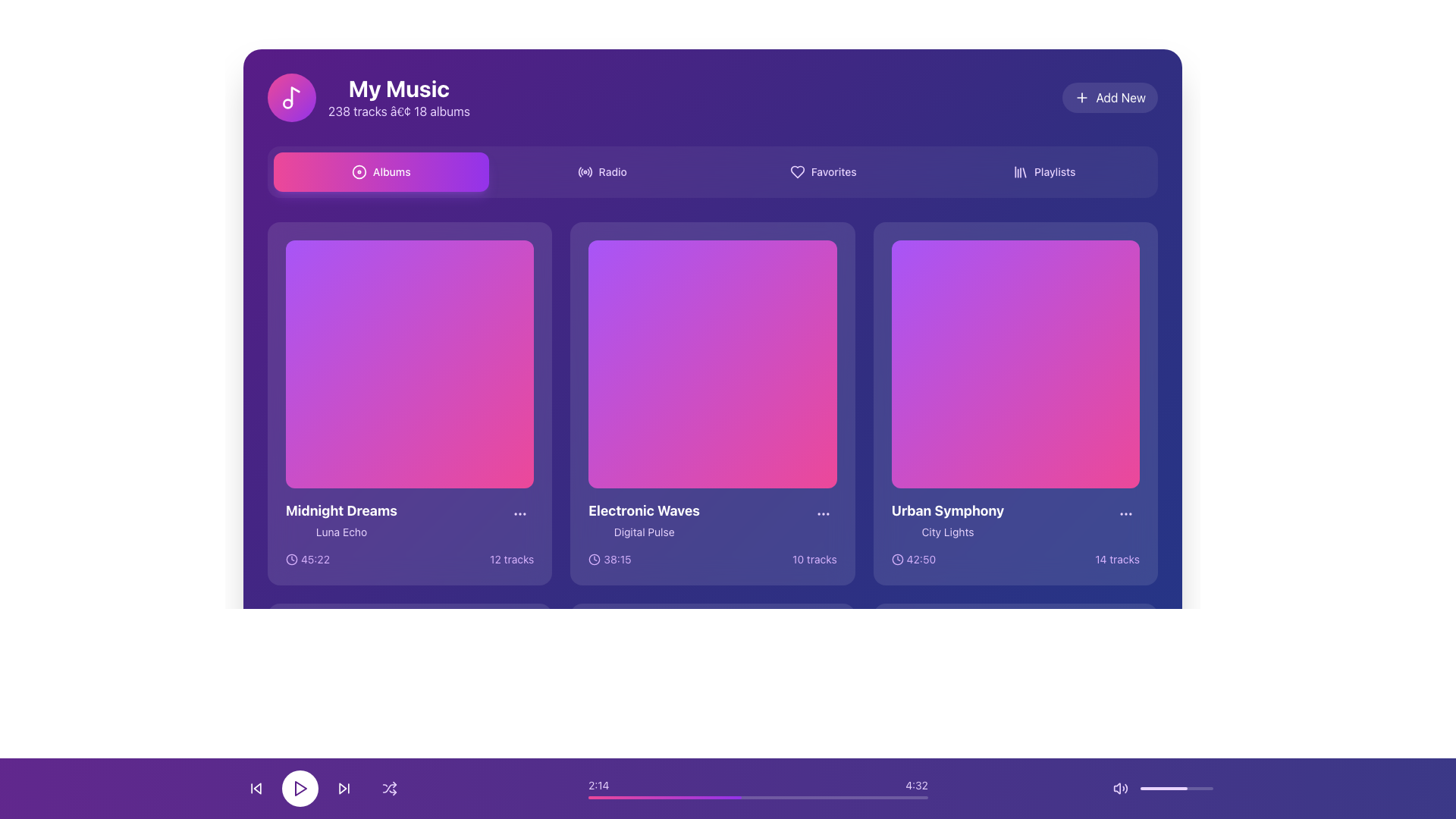  What do you see at coordinates (1110, 97) in the screenshot?
I see `the rounded rectangular button labeled 'Add New' in the top-right corner of the interface to trigger the hover effect that brightens its background, indicating interactivity` at bounding box center [1110, 97].